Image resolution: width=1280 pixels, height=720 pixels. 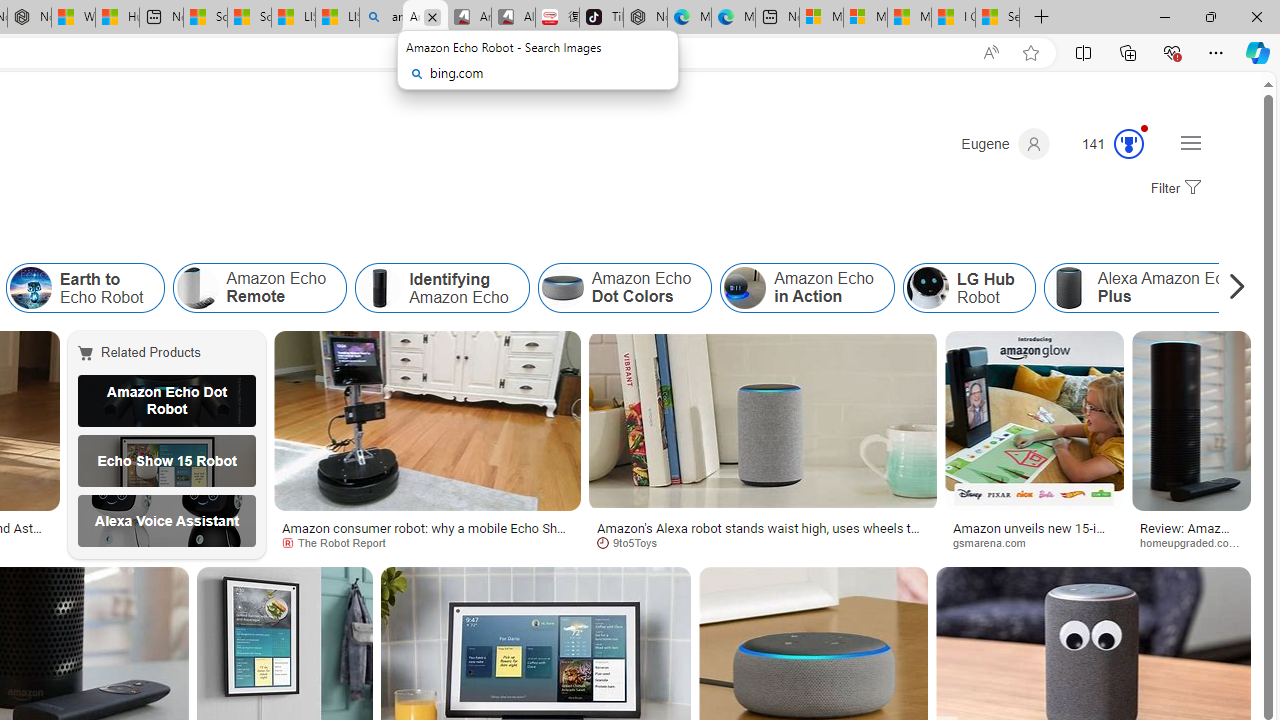 I want to click on 'Wildlife - MSN', so click(x=73, y=17).